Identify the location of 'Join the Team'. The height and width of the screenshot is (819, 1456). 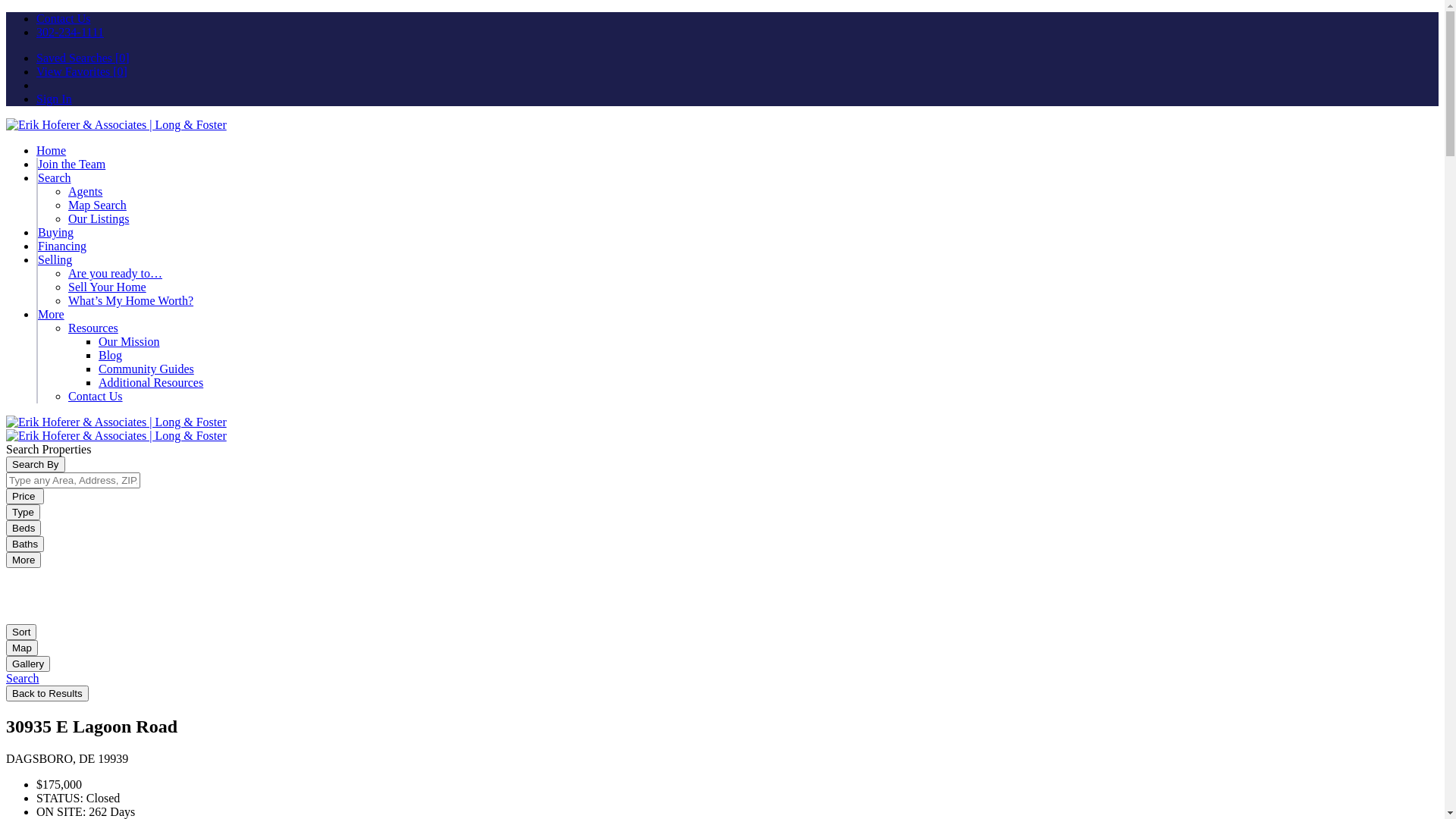
(71, 164).